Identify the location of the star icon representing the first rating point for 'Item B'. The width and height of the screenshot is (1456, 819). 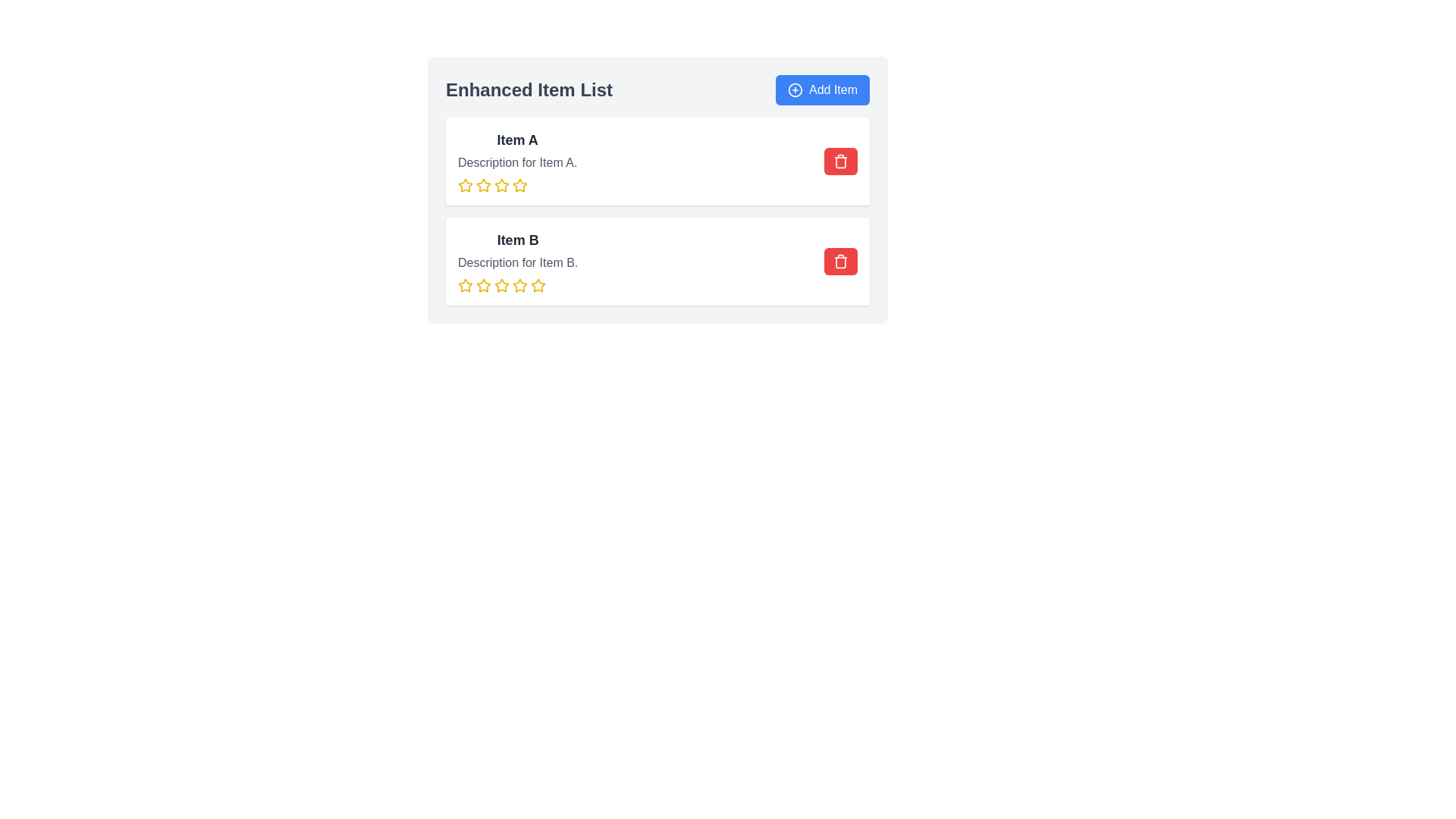
(465, 286).